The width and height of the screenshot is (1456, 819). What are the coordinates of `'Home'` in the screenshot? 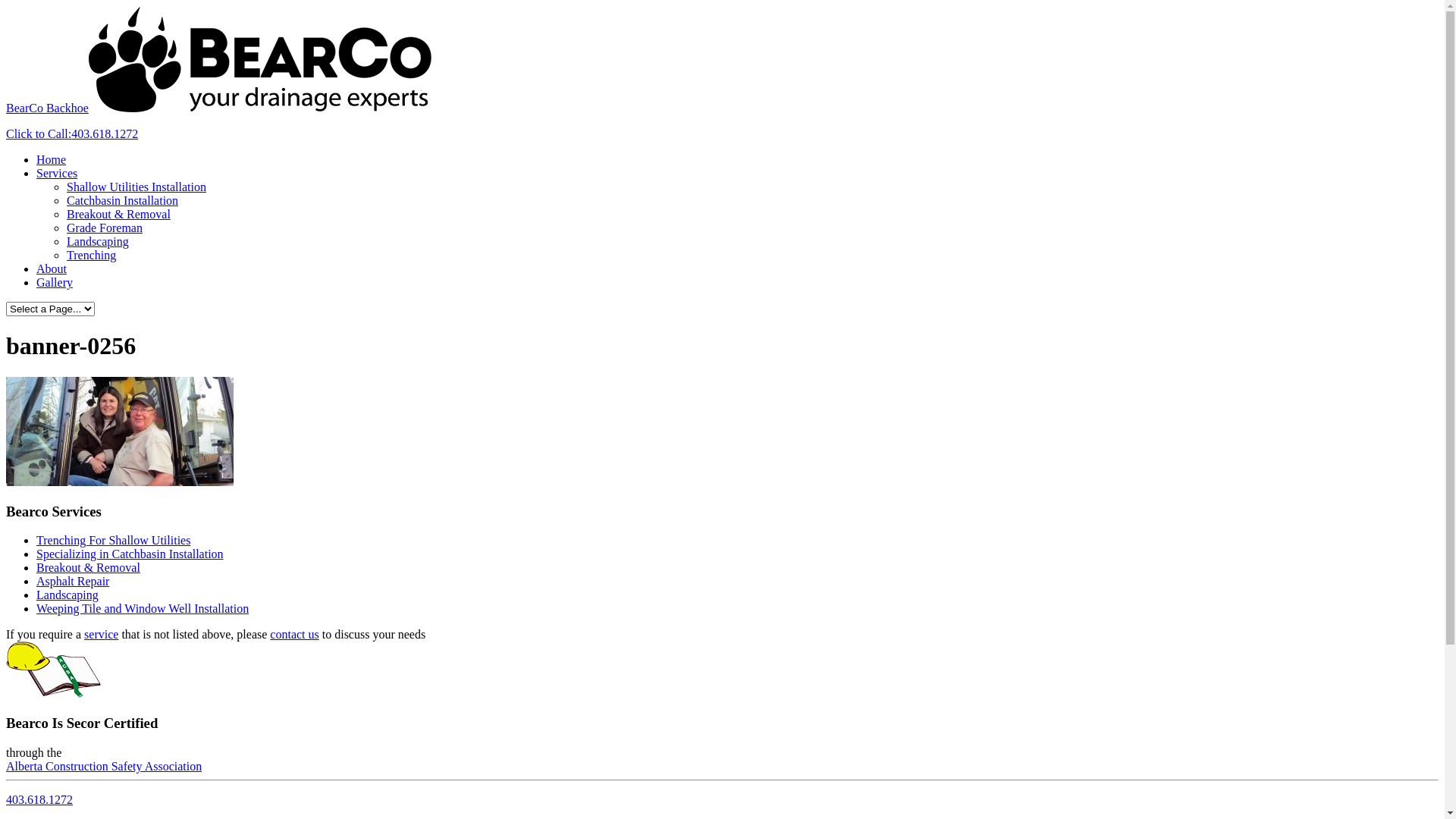 It's located at (51, 159).